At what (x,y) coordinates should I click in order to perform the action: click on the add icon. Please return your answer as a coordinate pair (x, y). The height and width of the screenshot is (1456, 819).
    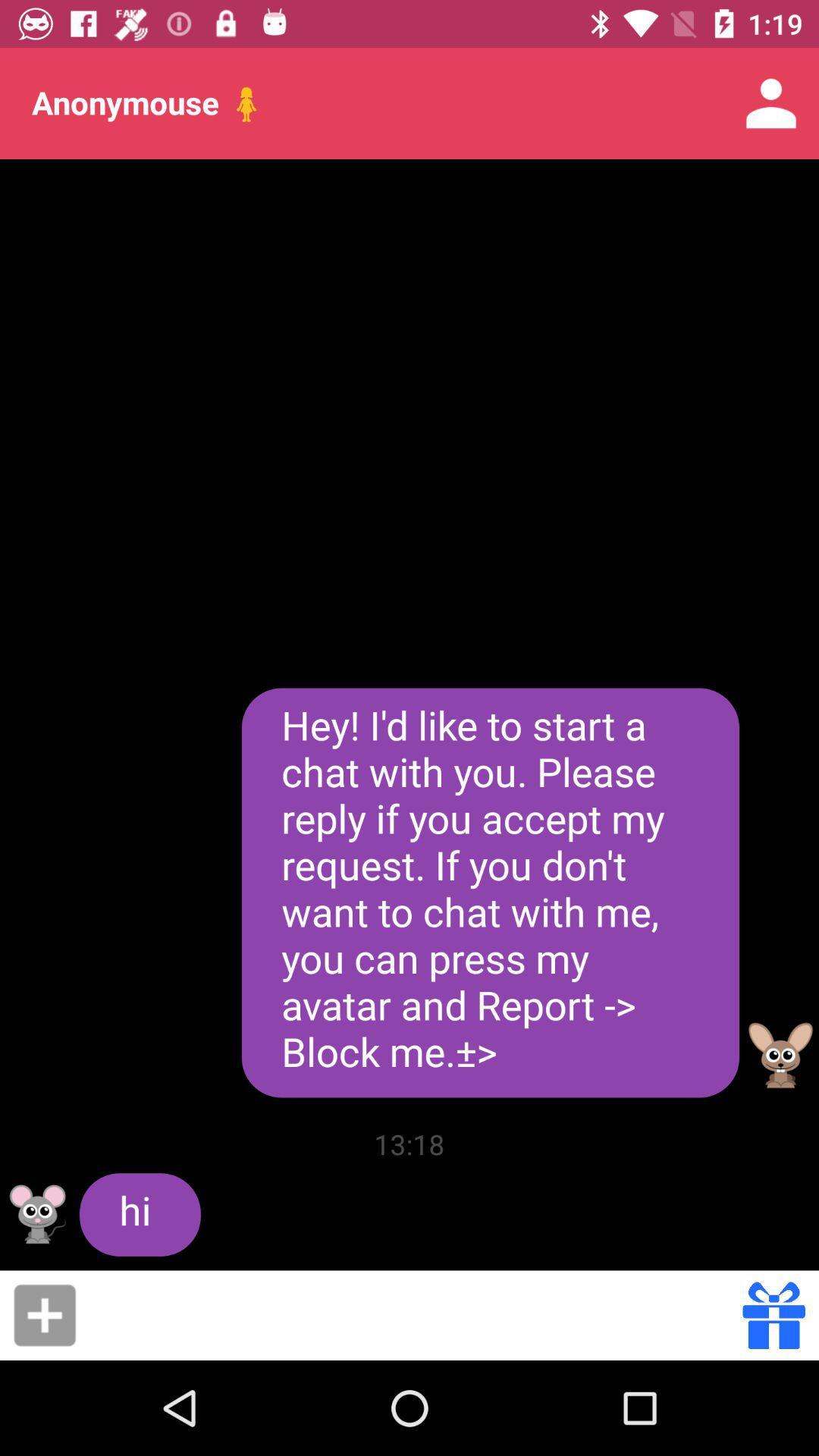
    Looking at the image, I should click on (44, 1314).